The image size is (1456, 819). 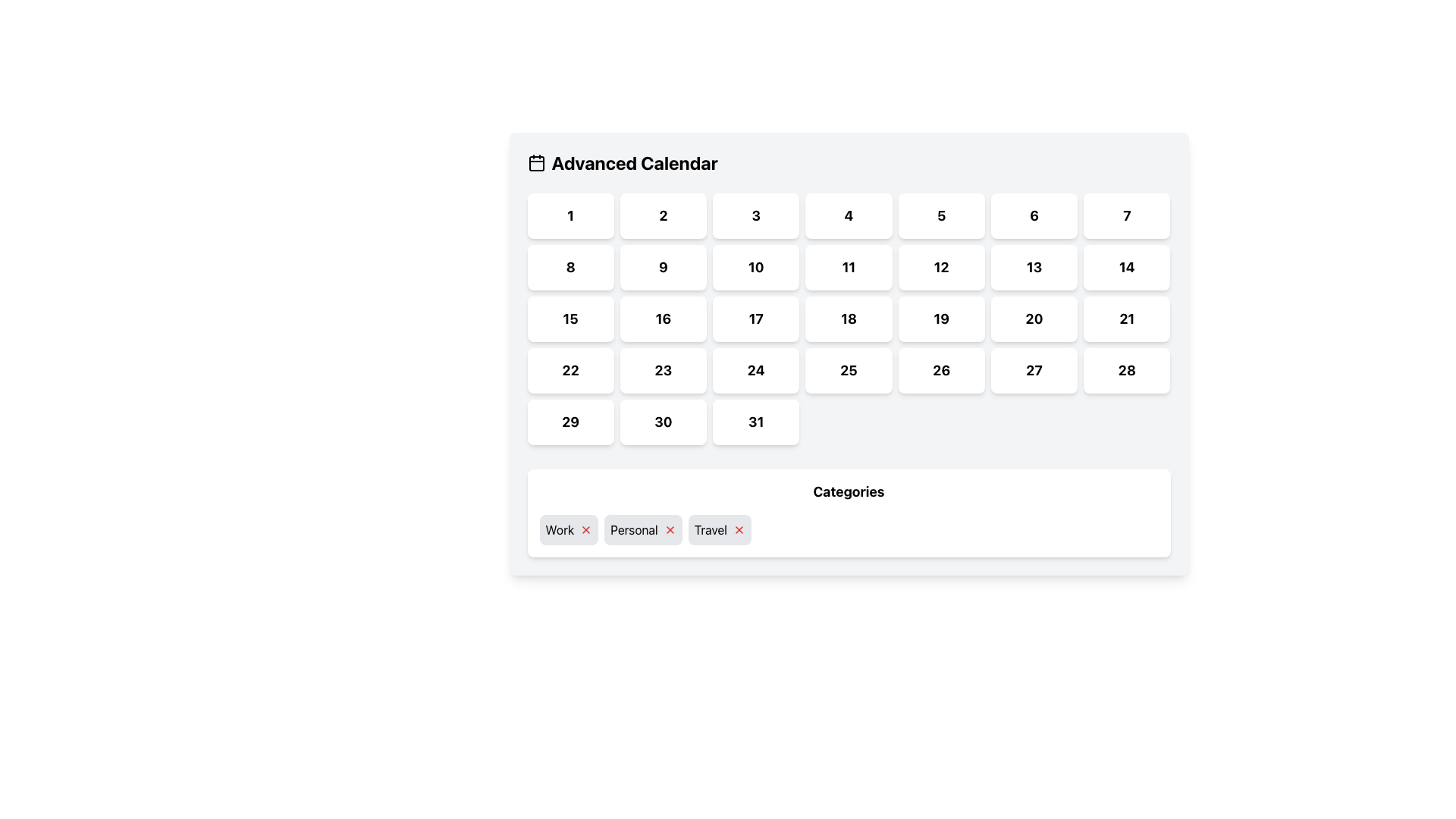 What do you see at coordinates (663, 370) in the screenshot?
I see `the bold number '23' displayed in a white, rounded rectangular box` at bounding box center [663, 370].